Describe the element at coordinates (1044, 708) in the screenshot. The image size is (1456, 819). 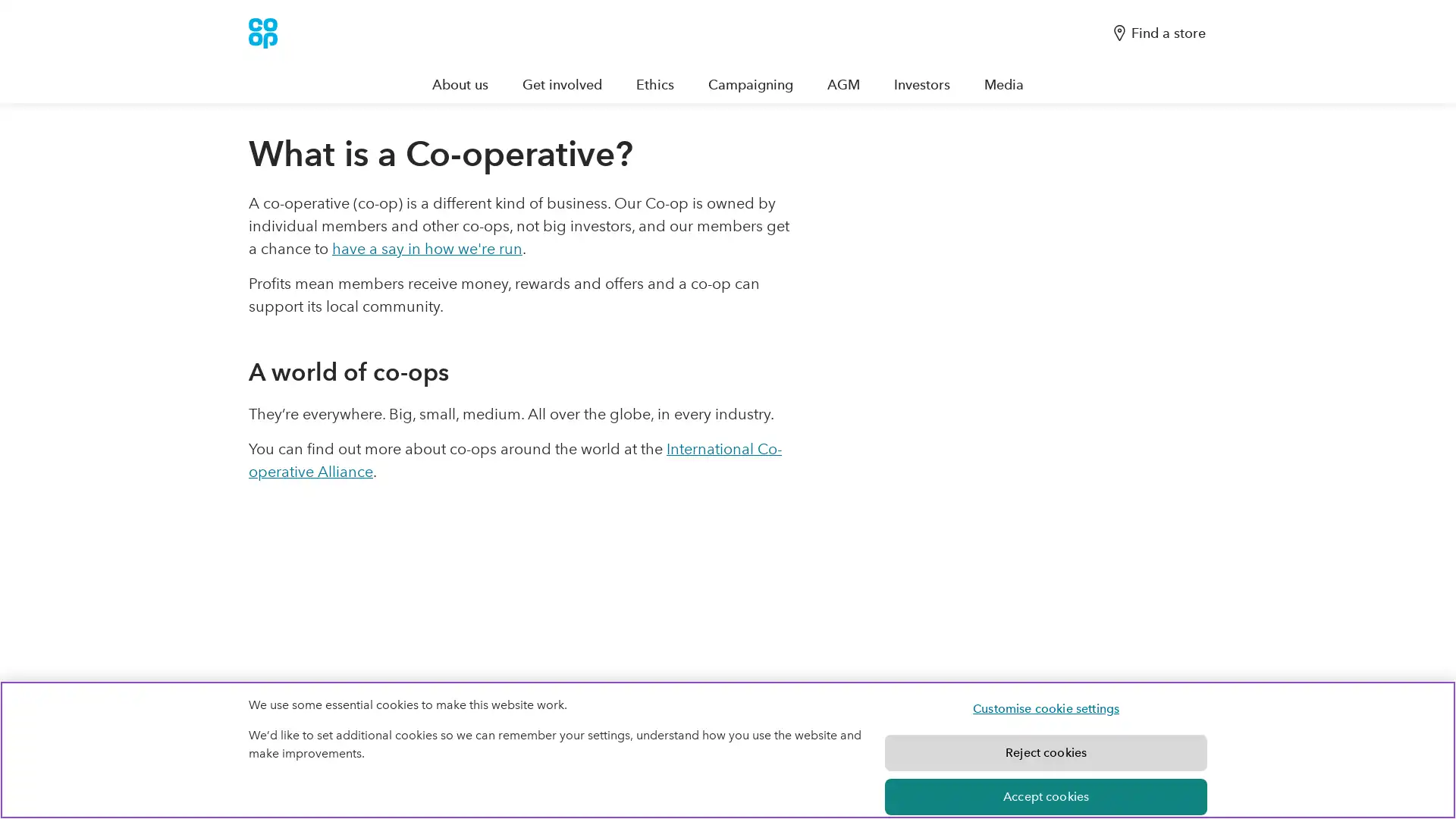
I see `Customise cookie settings` at that location.